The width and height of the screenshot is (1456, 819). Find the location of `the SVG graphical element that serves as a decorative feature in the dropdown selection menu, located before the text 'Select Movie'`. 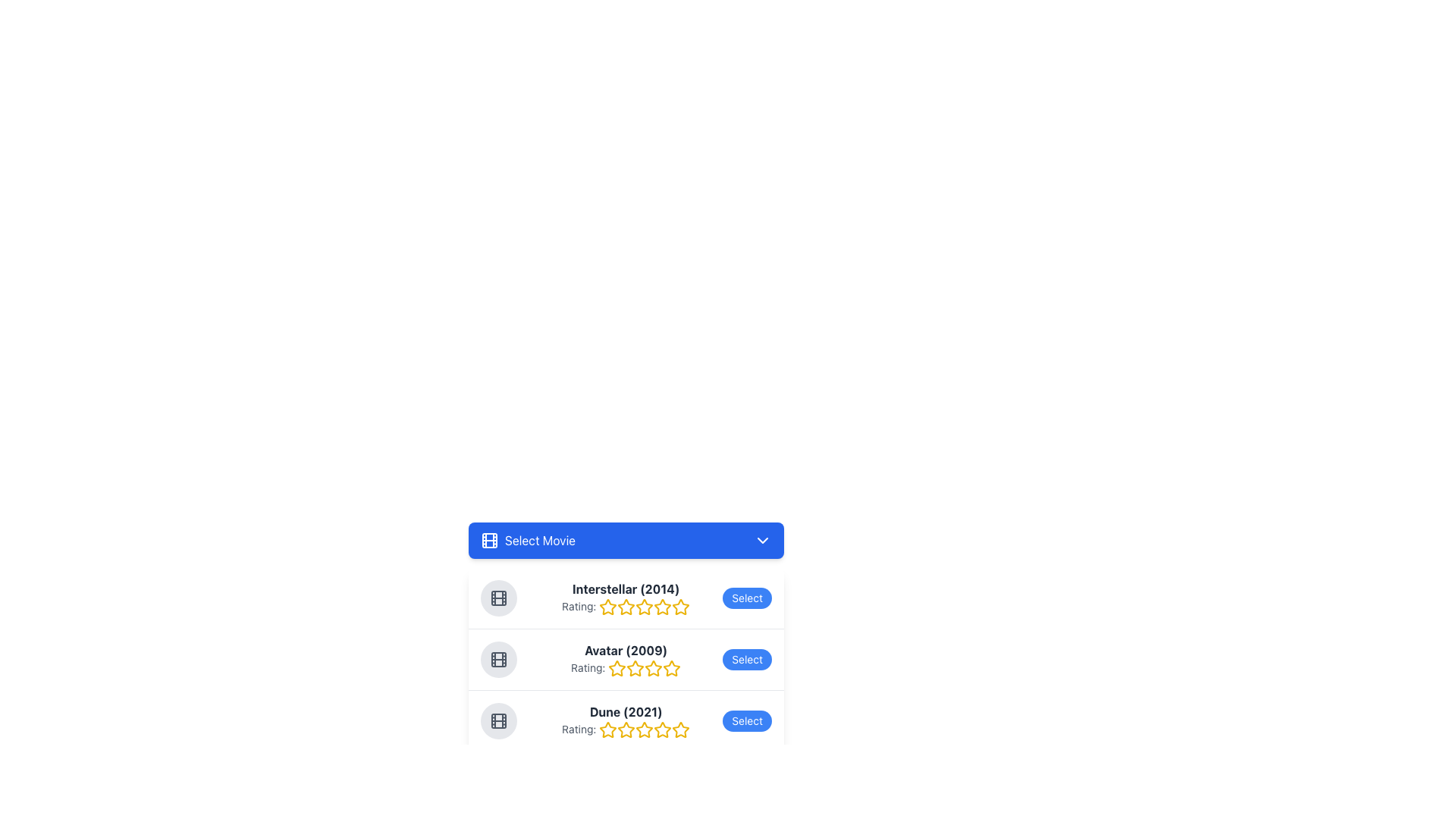

the SVG graphical element that serves as a decorative feature in the dropdown selection menu, located before the text 'Select Movie' is located at coordinates (490, 540).